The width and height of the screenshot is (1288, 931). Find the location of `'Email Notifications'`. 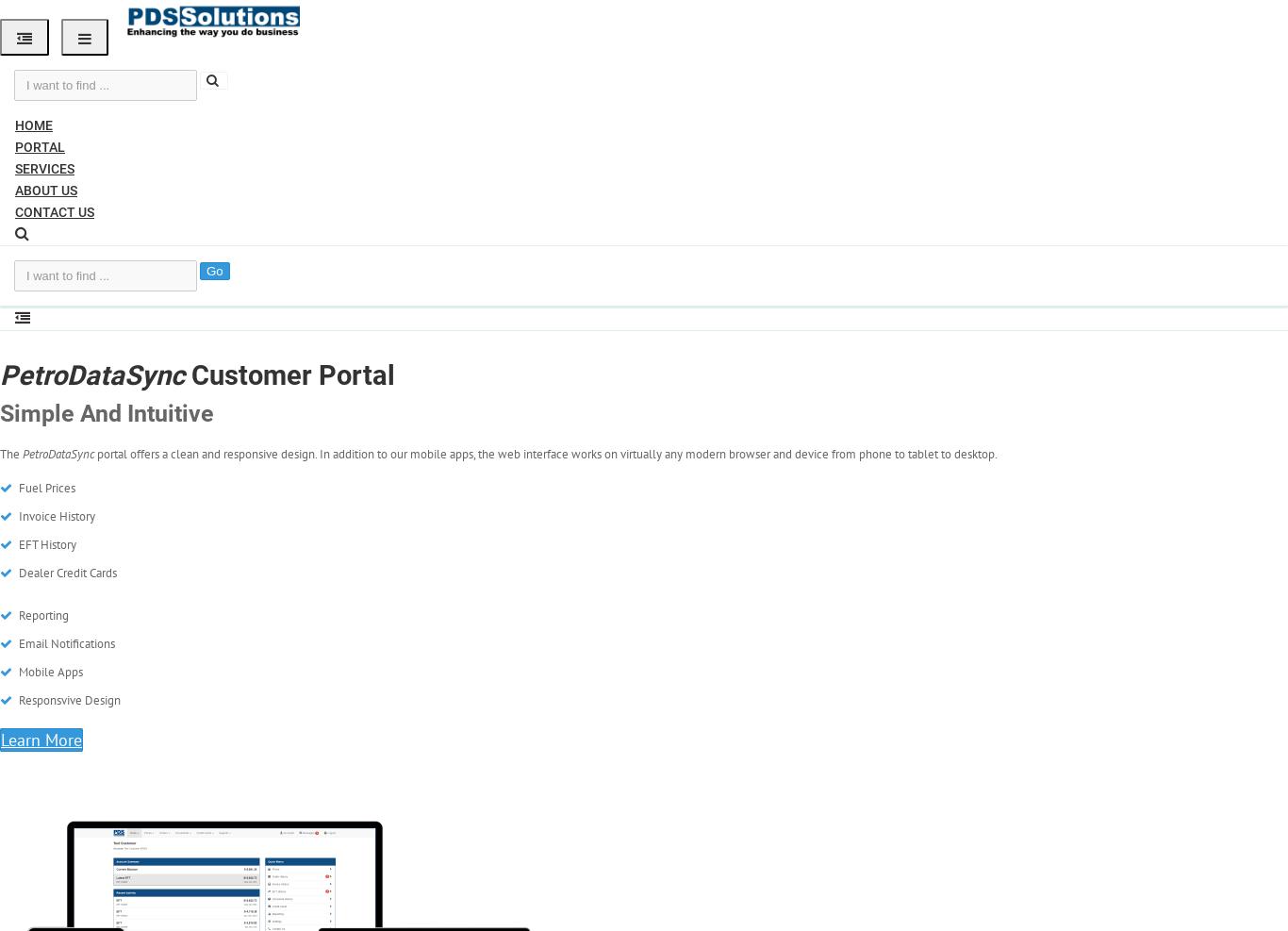

'Email Notifications' is located at coordinates (65, 643).